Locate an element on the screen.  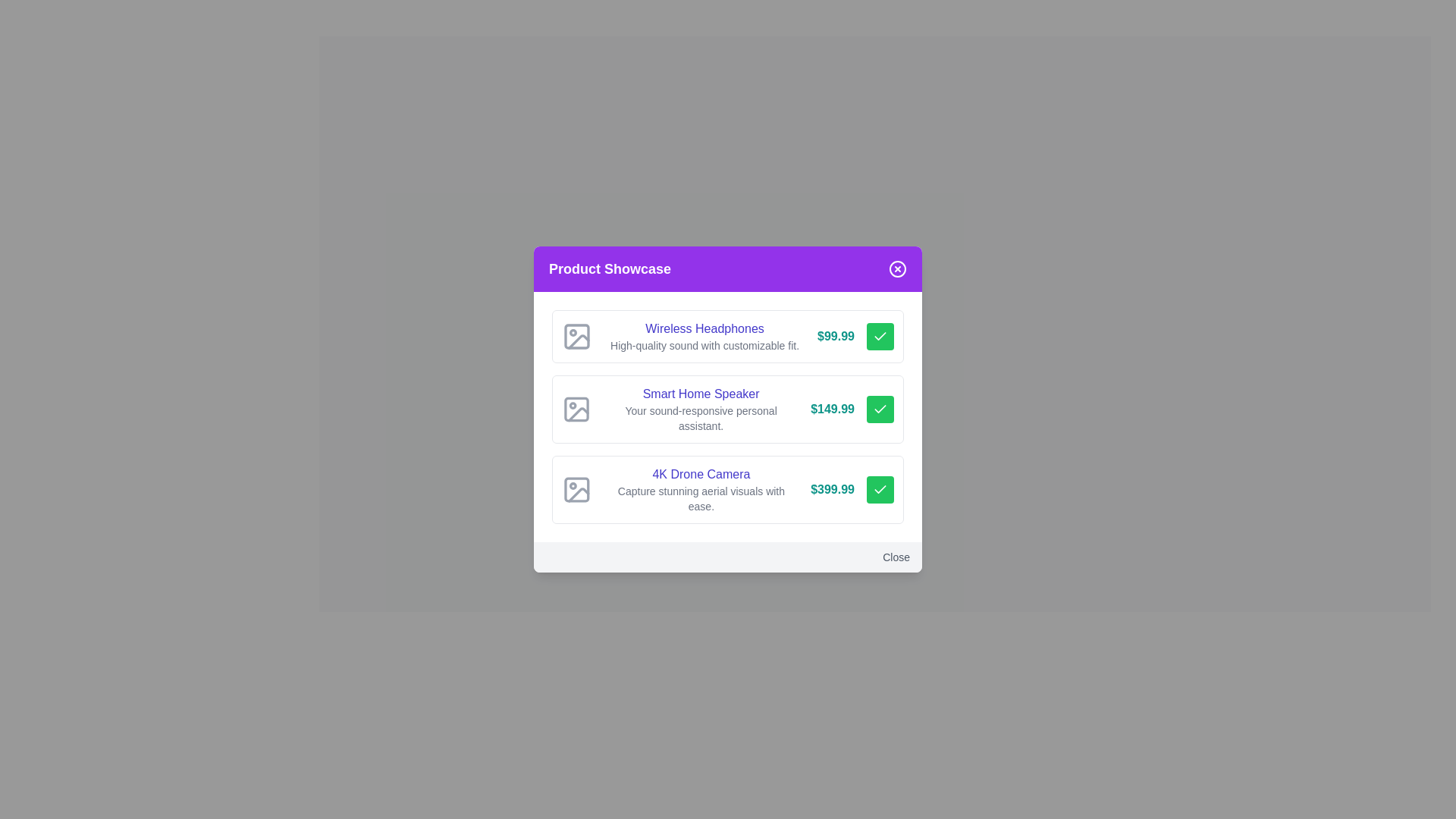
the background frame element within the SVG icon that precedes the text 'Wireless Headphones' in the Product Showcase list is located at coordinates (576, 335).